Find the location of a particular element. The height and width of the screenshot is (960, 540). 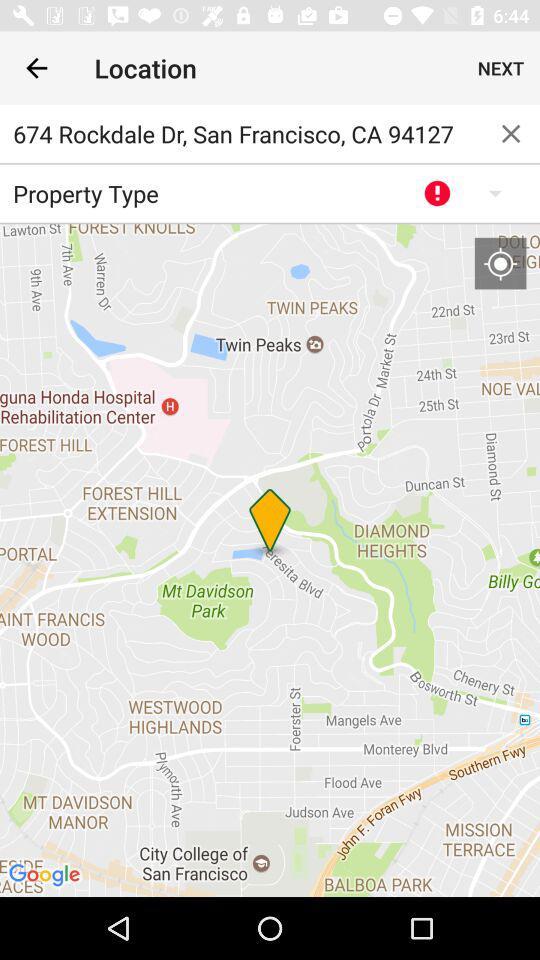

the 674 rockdale dr item is located at coordinates (241, 133).